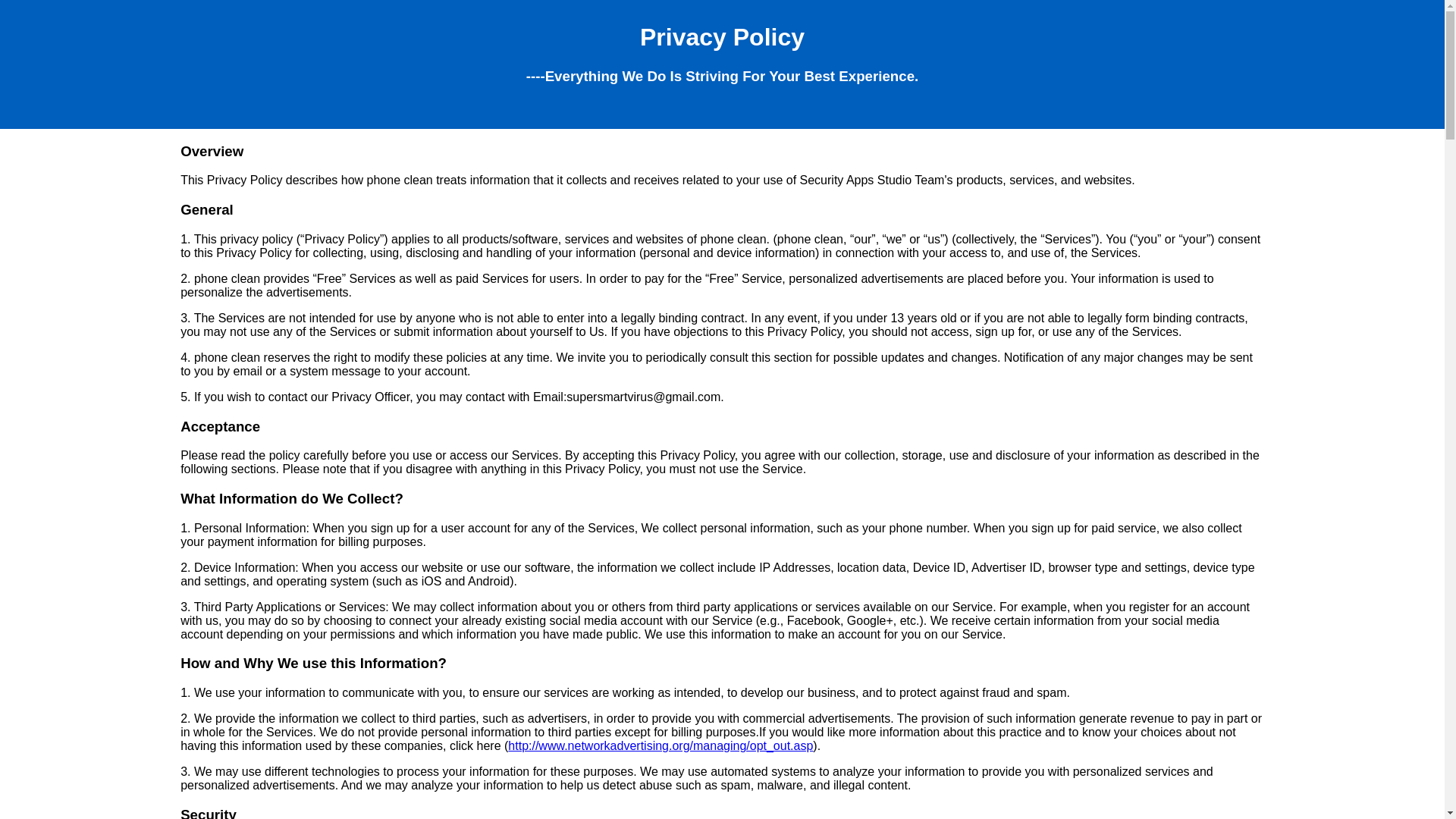  What do you see at coordinates (660, 745) in the screenshot?
I see `'http://www.networkadvertising.org/managing/opt_out.asp'` at bounding box center [660, 745].